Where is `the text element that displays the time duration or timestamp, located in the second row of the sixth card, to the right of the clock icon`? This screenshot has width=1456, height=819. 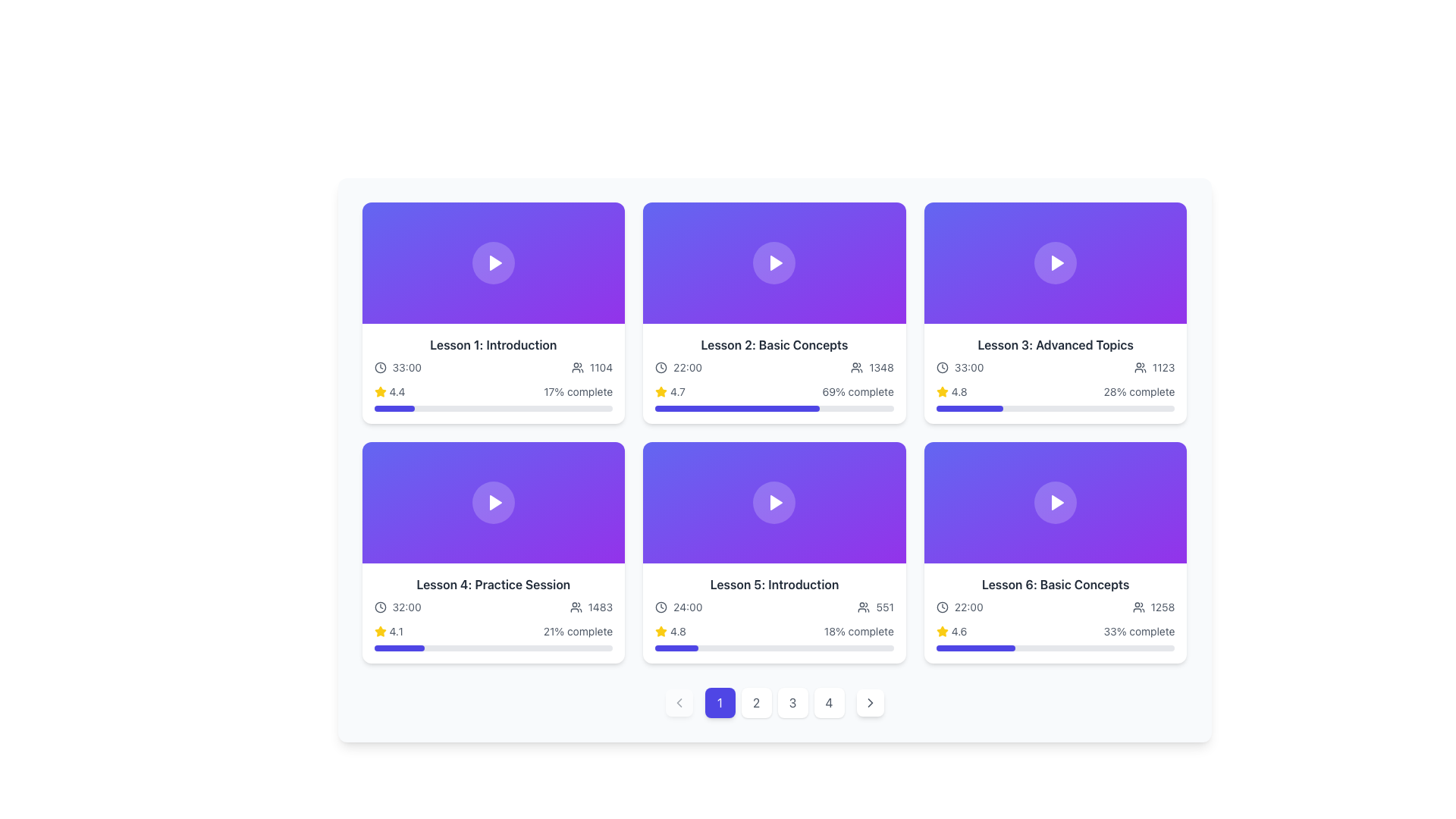
the text element that displays the time duration or timestamp, located in the second row of the sixth card, to the right of the clock icon is located at coordinates (968, 607).